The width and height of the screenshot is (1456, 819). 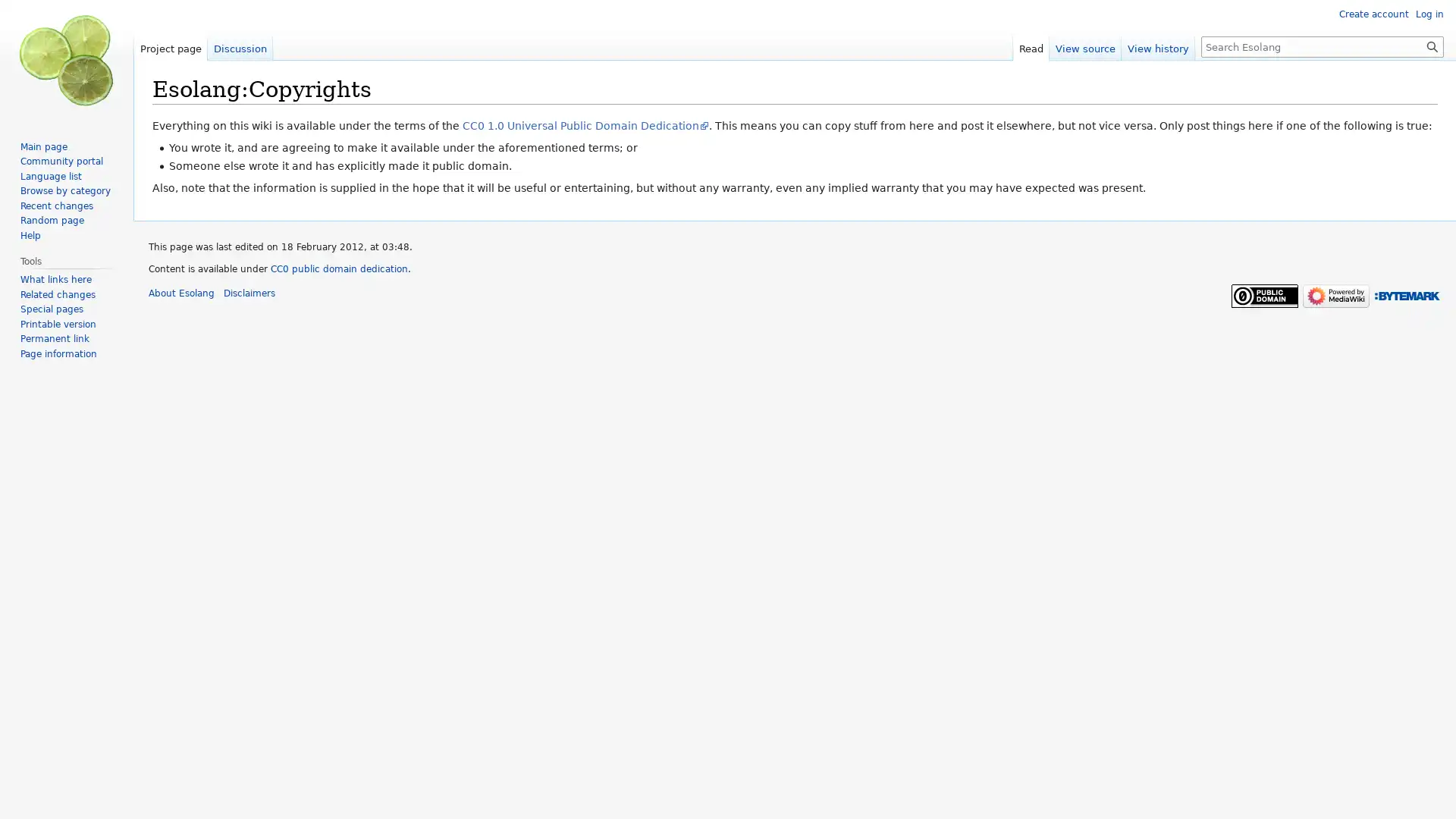 I want to click on Go, so click(x=1432, y=45).